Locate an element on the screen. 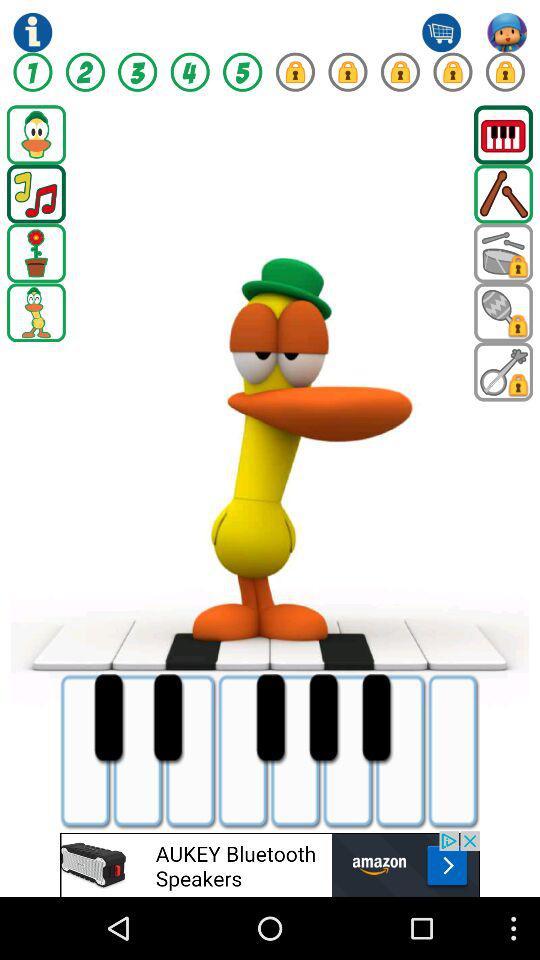  information option is located at coordinates (31, 31).